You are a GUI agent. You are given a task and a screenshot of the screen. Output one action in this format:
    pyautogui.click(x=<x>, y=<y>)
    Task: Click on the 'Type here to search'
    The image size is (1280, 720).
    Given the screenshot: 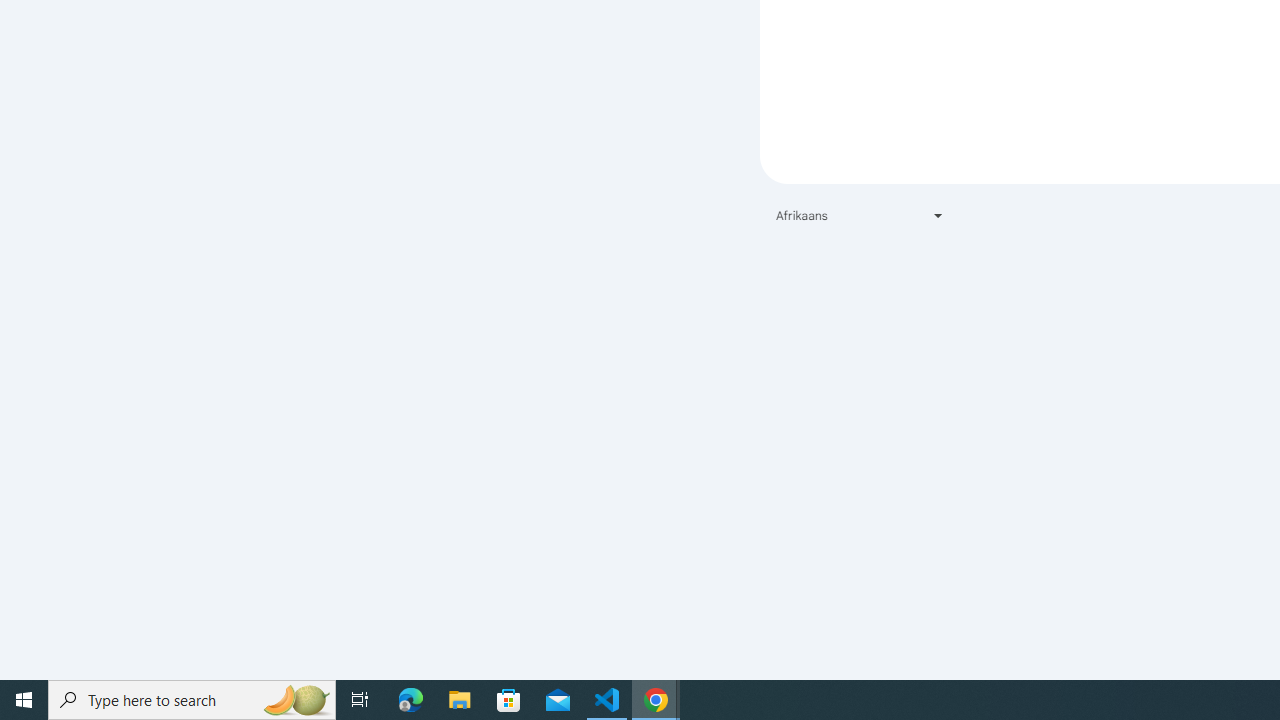 What is the action you would take?
    pyautogui.click(x=192, y=698)
    